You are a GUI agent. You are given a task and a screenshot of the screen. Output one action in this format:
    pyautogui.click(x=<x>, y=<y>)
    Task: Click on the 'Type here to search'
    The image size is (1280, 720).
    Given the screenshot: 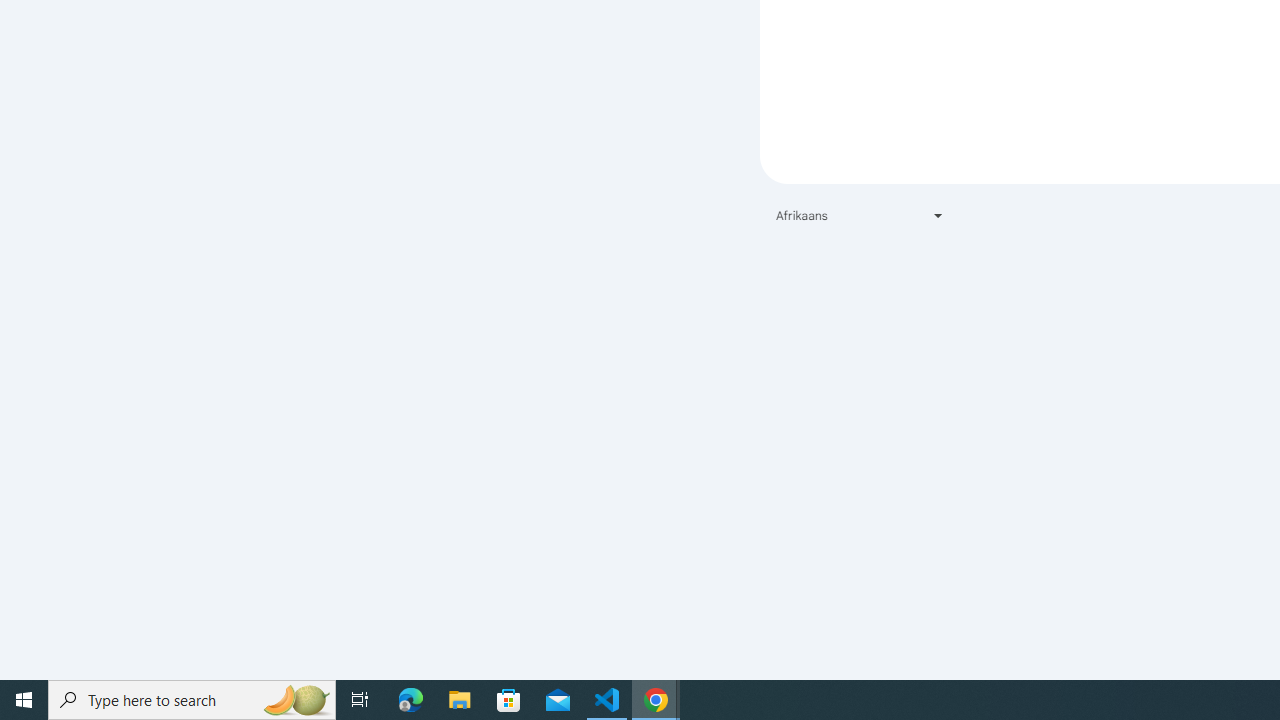 What is the action you would take?
    pyautogui.click(x=192, y=698)
    